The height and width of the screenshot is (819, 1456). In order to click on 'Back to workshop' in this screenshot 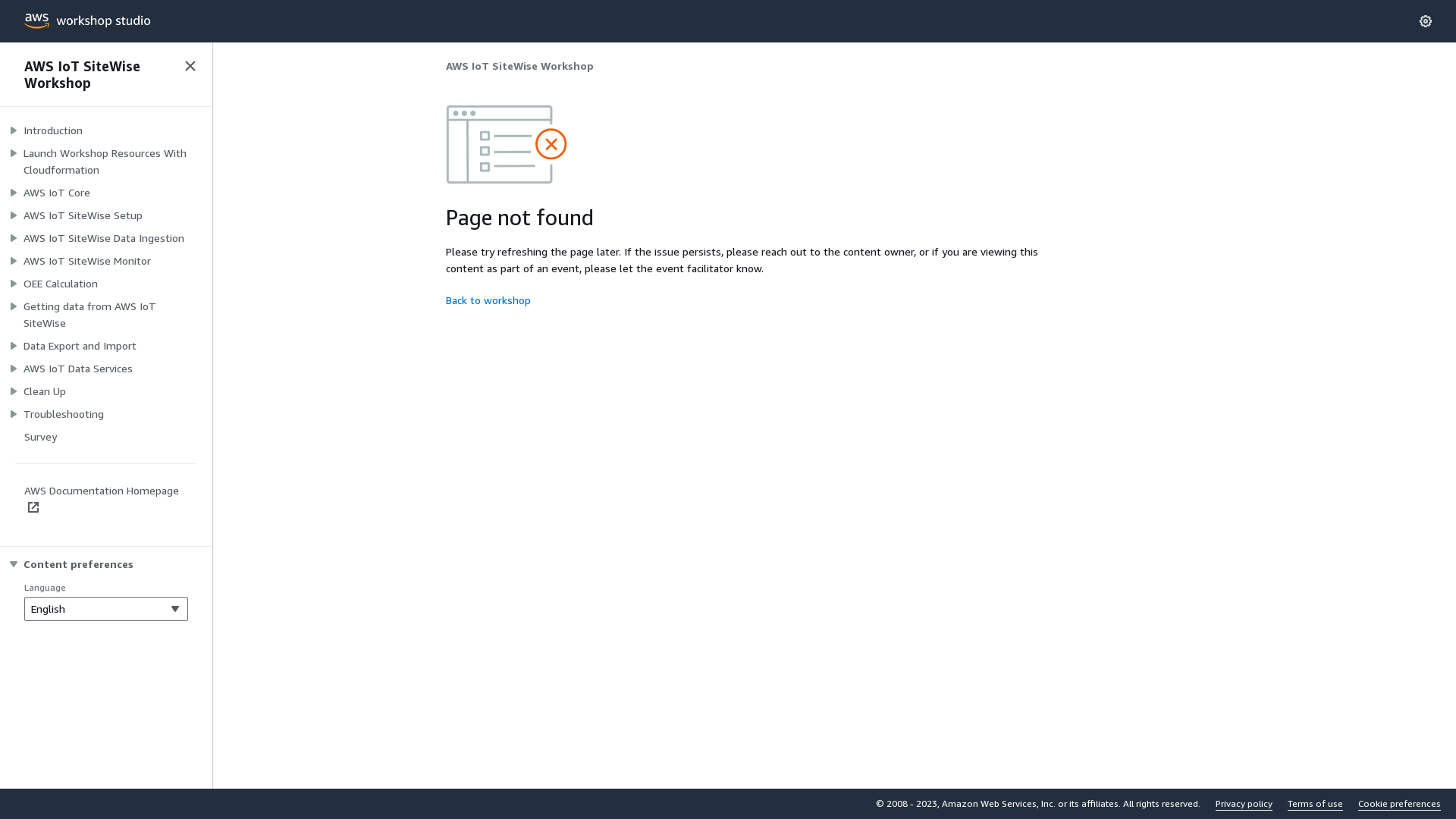, I will do `click(488, 300)`.